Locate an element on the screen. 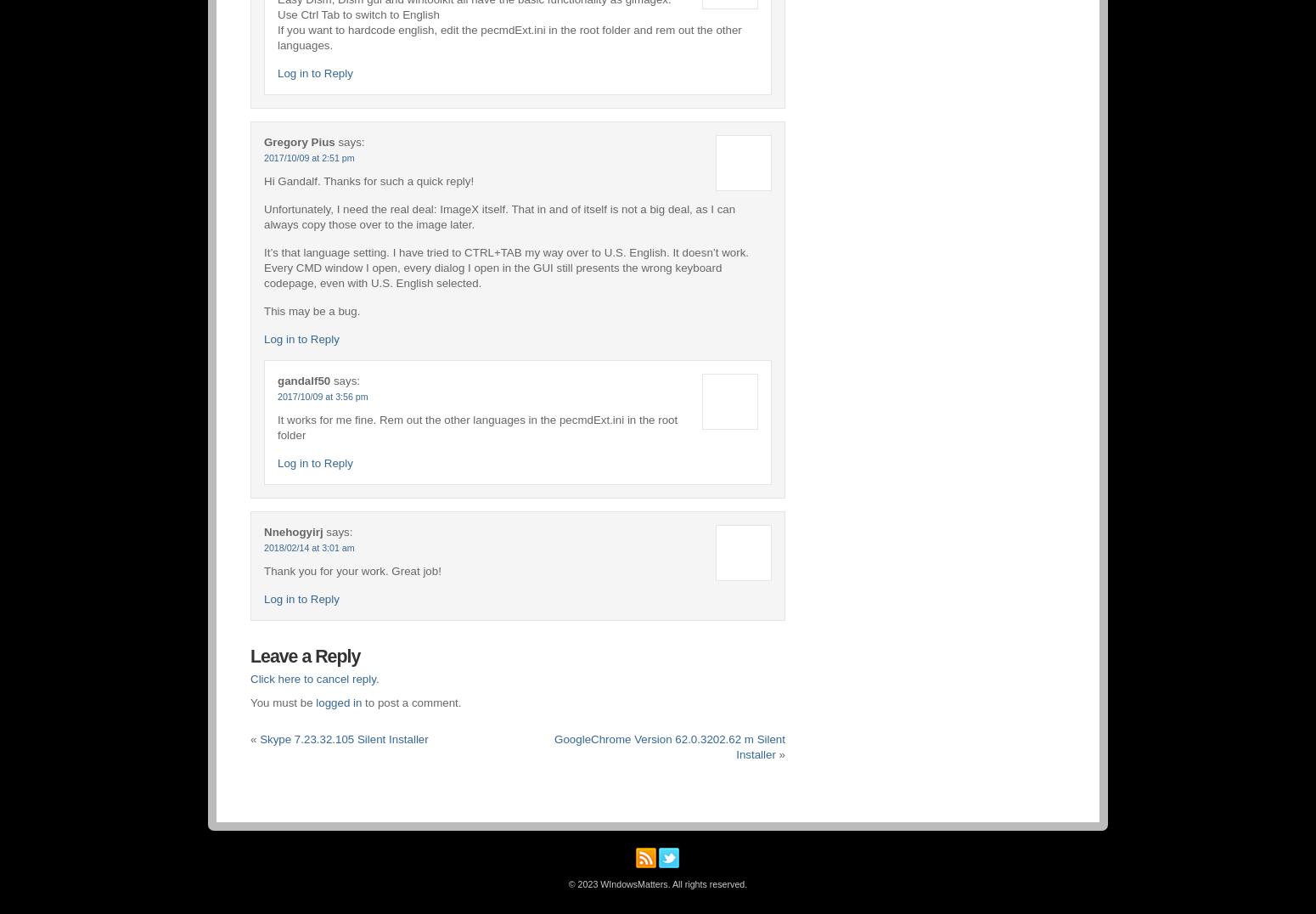 This screenshot has width=1316, height=914. 'Nnehogyirj' is located at coordinates (292, 531).